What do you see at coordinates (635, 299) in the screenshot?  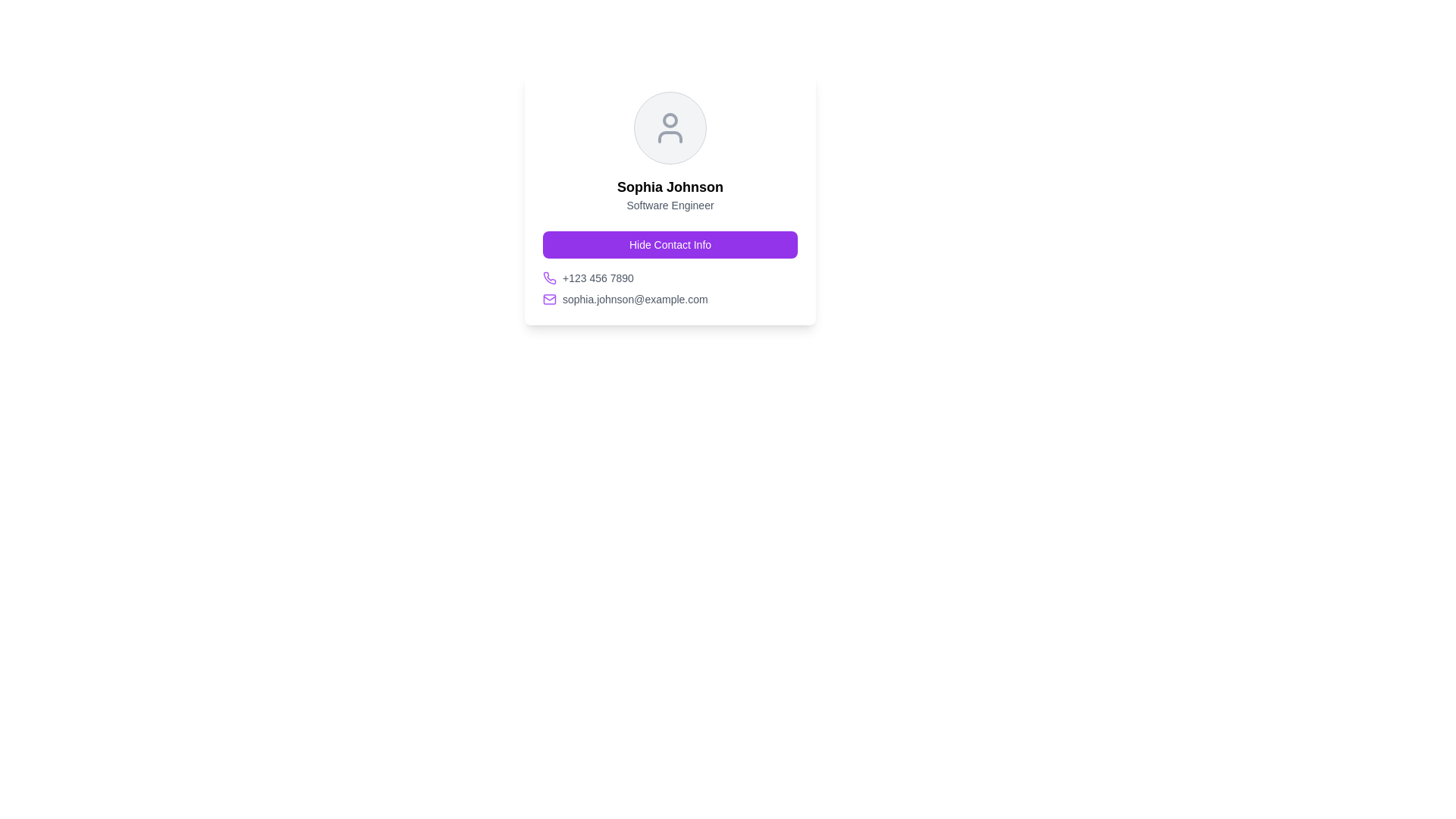 I see `the text label displaying 'sophia.johnson@example.com', which is styled in gray and located to the right of an envelope icon at the bottom of the card` at bounding box center [635, 299].